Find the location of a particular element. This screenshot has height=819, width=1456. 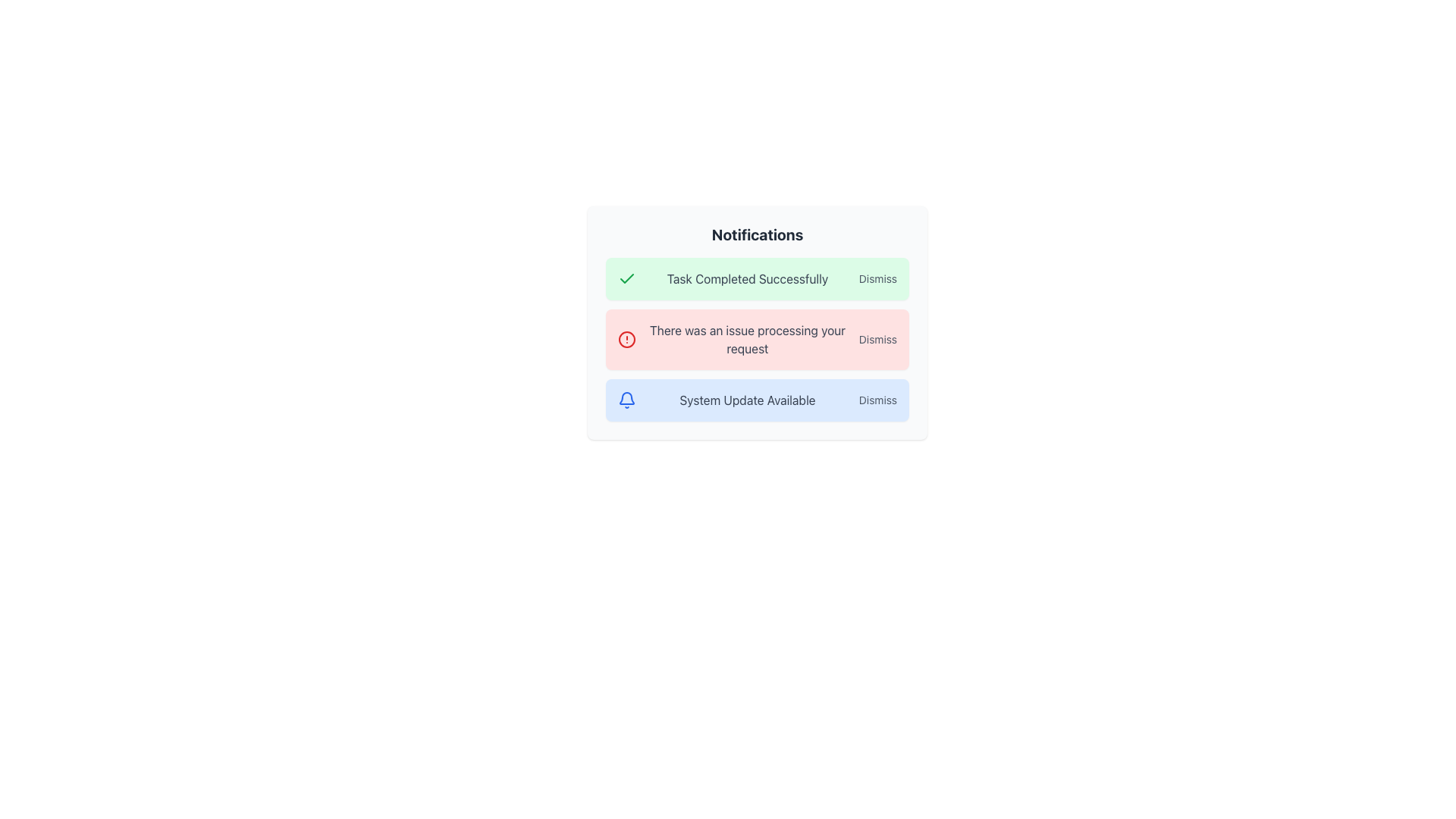

the notification message indicating a system update, which is positioned near the center of the third notification panel, to the right of the bell icon and to the left of the 'Dismiss' button is located at coordinates (747, 400).